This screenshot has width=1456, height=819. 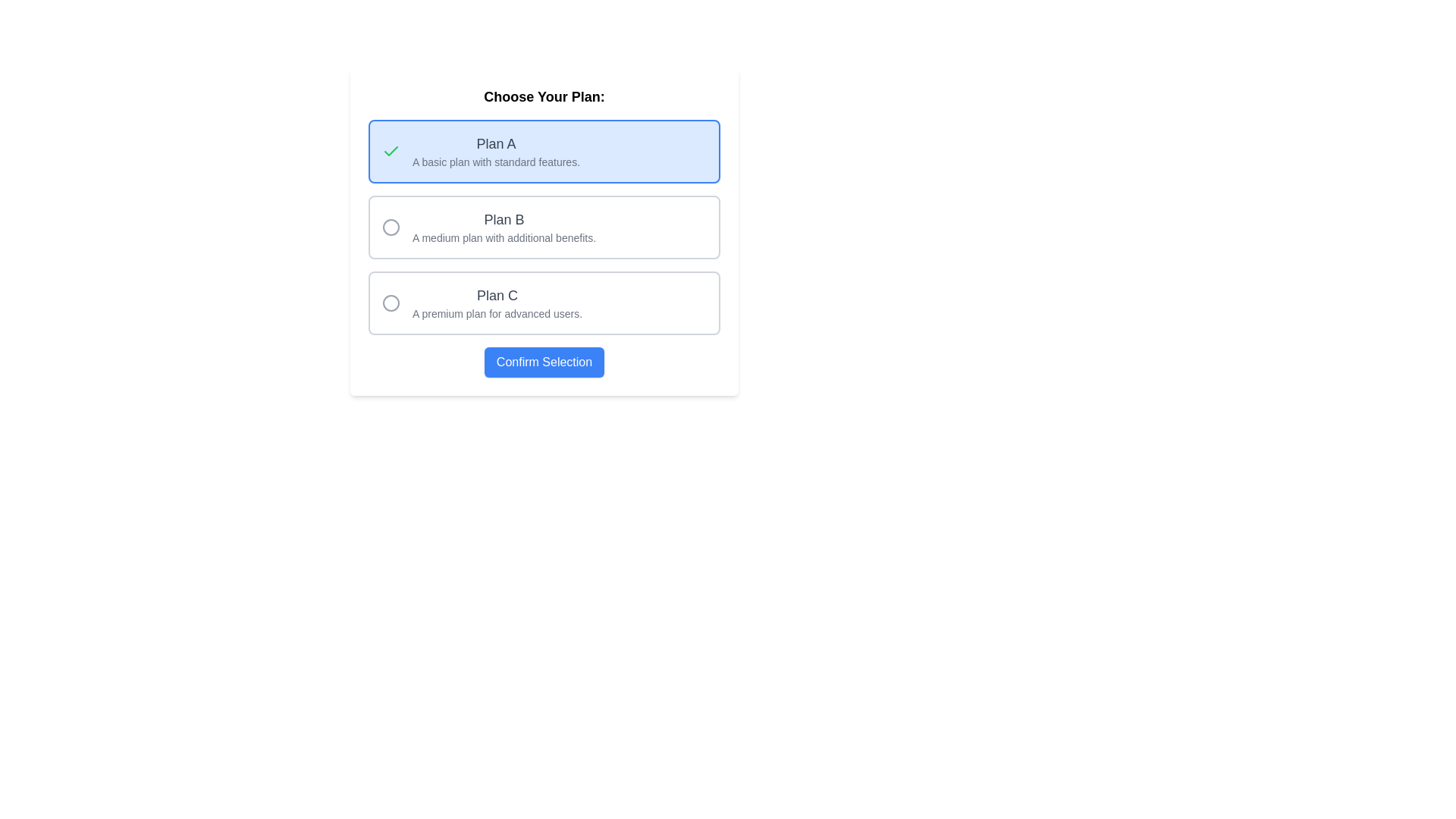 What do you see at coordinates (504, 227) in the screenshot?
I see `to select the option associated with 'Plan B', which is the second option in a vertical list of plans, featuring a medium-sized darker font for the title and a smaller lighter font for the description` at bounding box center [504, 227].